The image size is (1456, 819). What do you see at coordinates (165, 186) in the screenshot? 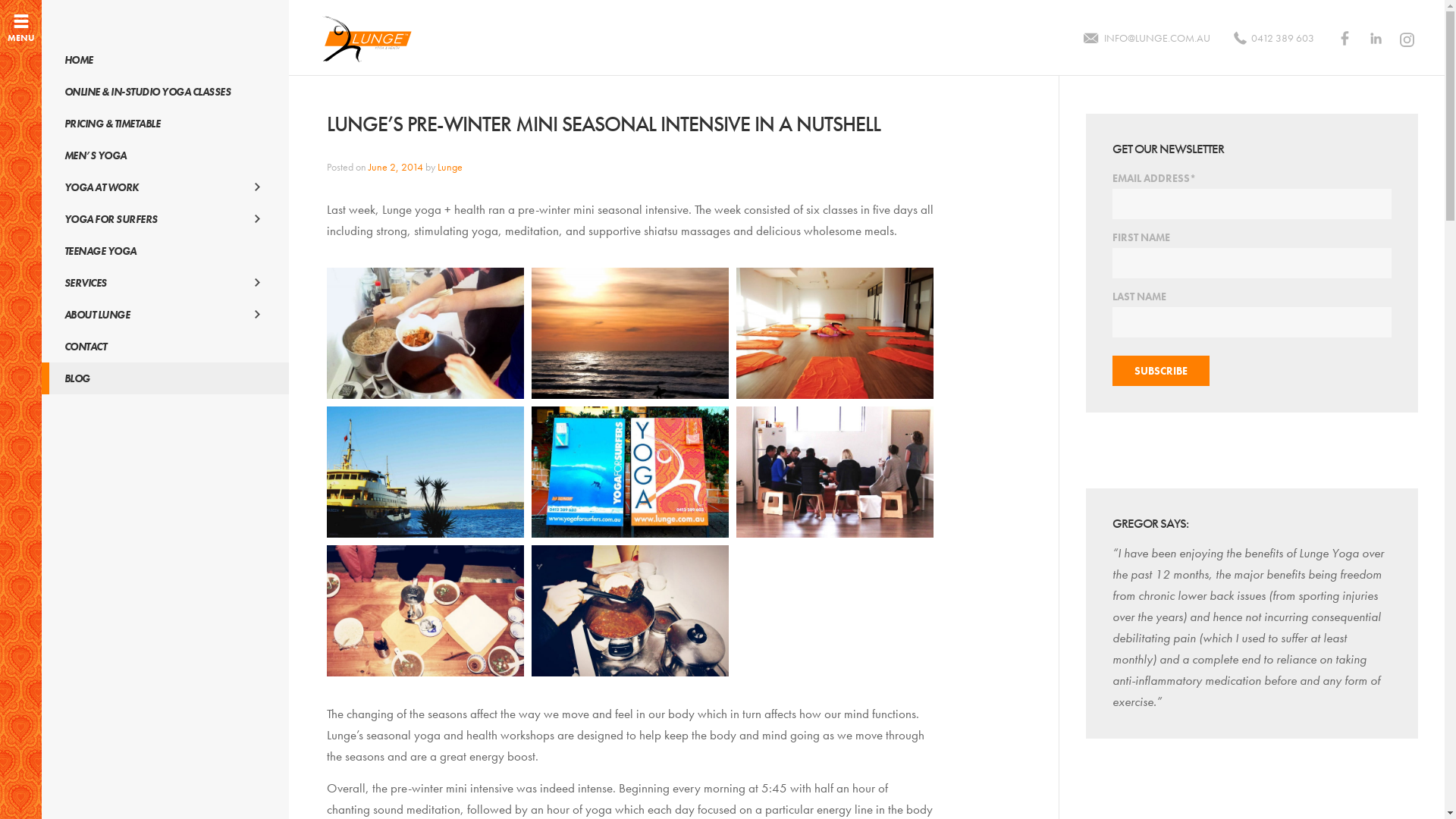
I see `'YOGA AT WORK'` at bounding box center [165, 186].